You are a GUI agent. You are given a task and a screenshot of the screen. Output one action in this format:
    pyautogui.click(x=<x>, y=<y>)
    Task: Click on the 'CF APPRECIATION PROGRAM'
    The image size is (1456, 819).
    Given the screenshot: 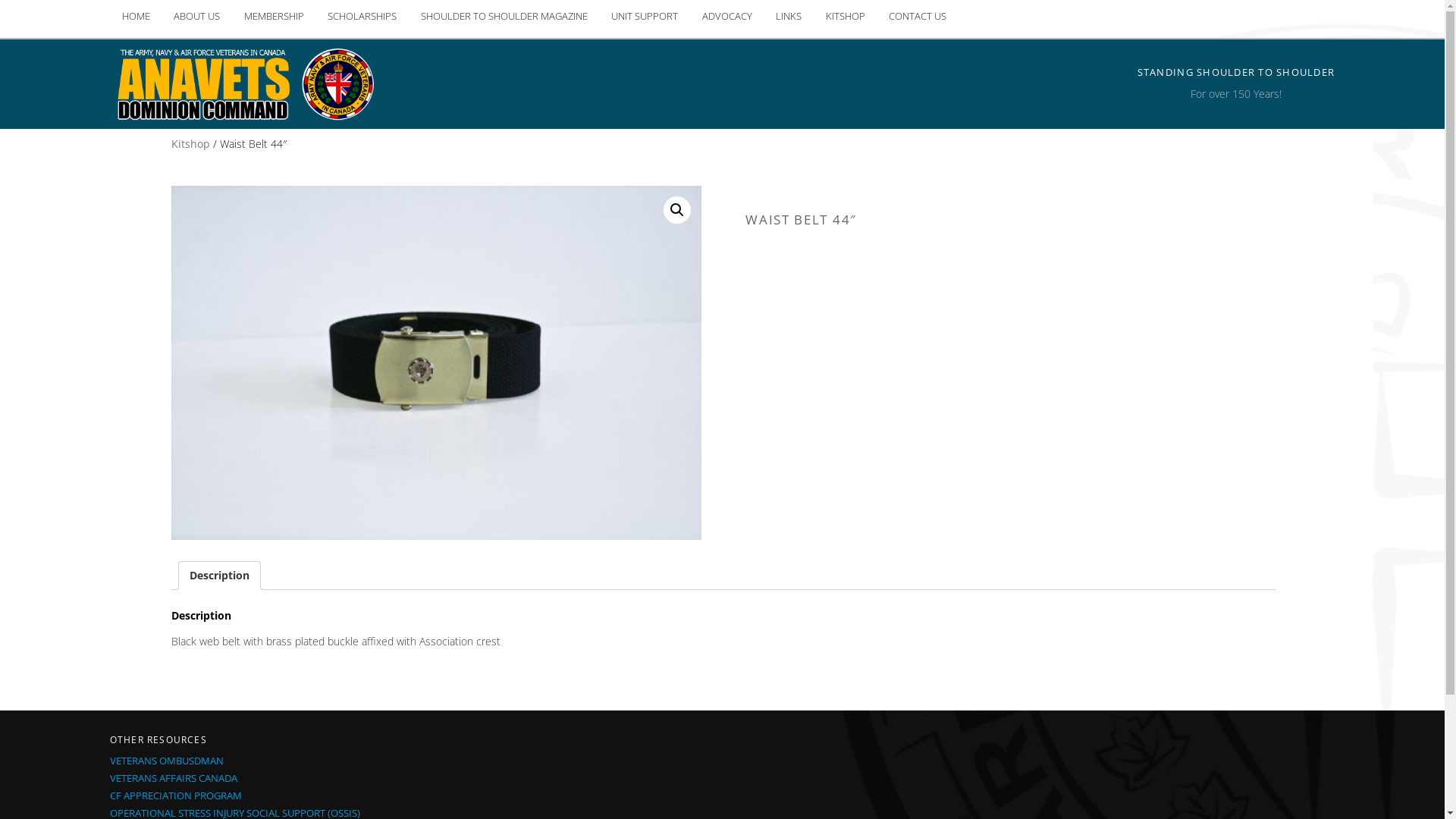 What is the action you would take?
    pyautogui.click(x=175, y=795)
    